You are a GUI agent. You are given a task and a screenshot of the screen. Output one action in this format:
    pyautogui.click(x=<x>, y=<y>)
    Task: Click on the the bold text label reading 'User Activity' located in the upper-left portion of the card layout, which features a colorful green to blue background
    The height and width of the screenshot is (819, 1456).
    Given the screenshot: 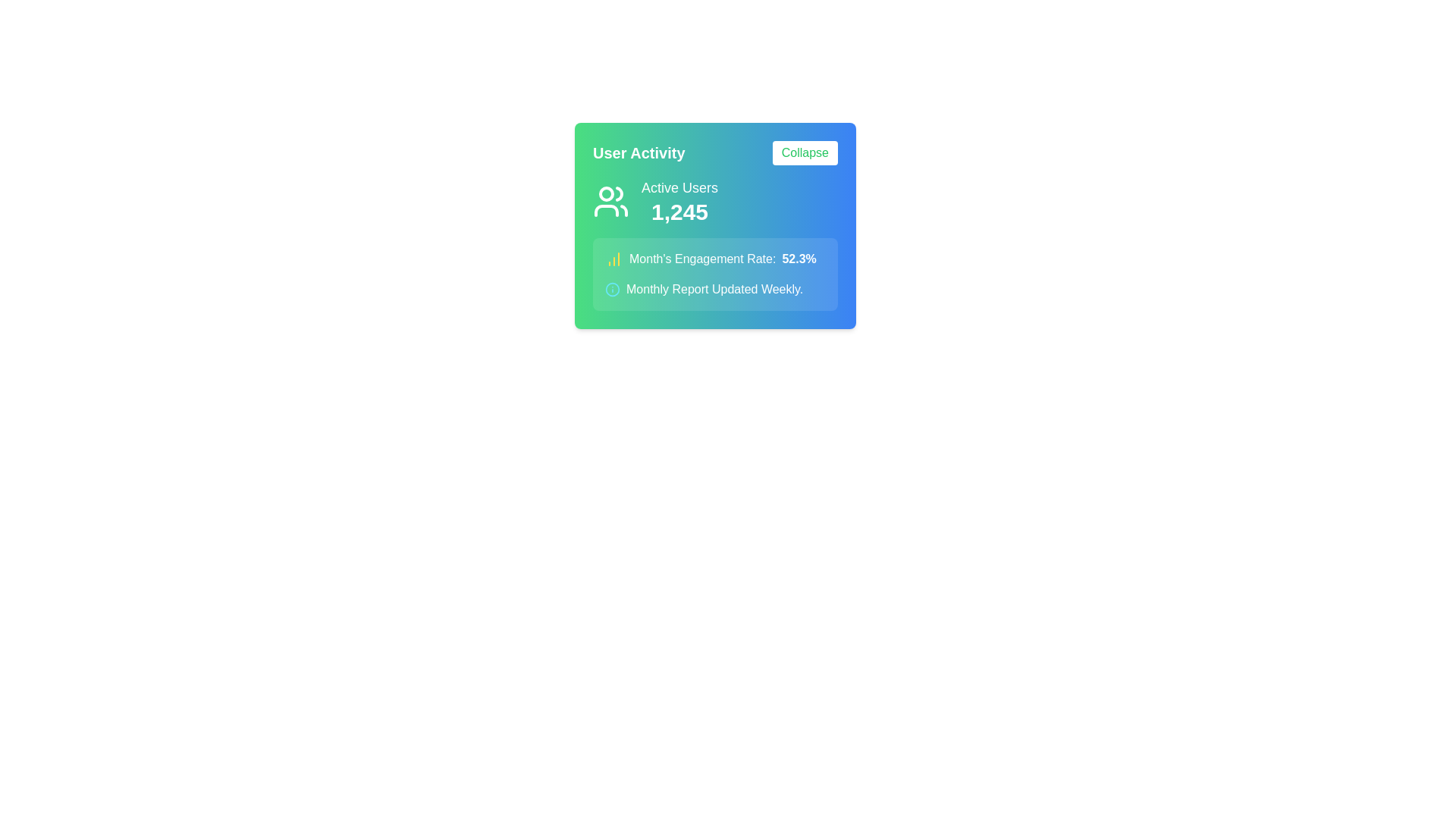 What is the action you would take?
    pyautogui.click(x=639, y=152)
    